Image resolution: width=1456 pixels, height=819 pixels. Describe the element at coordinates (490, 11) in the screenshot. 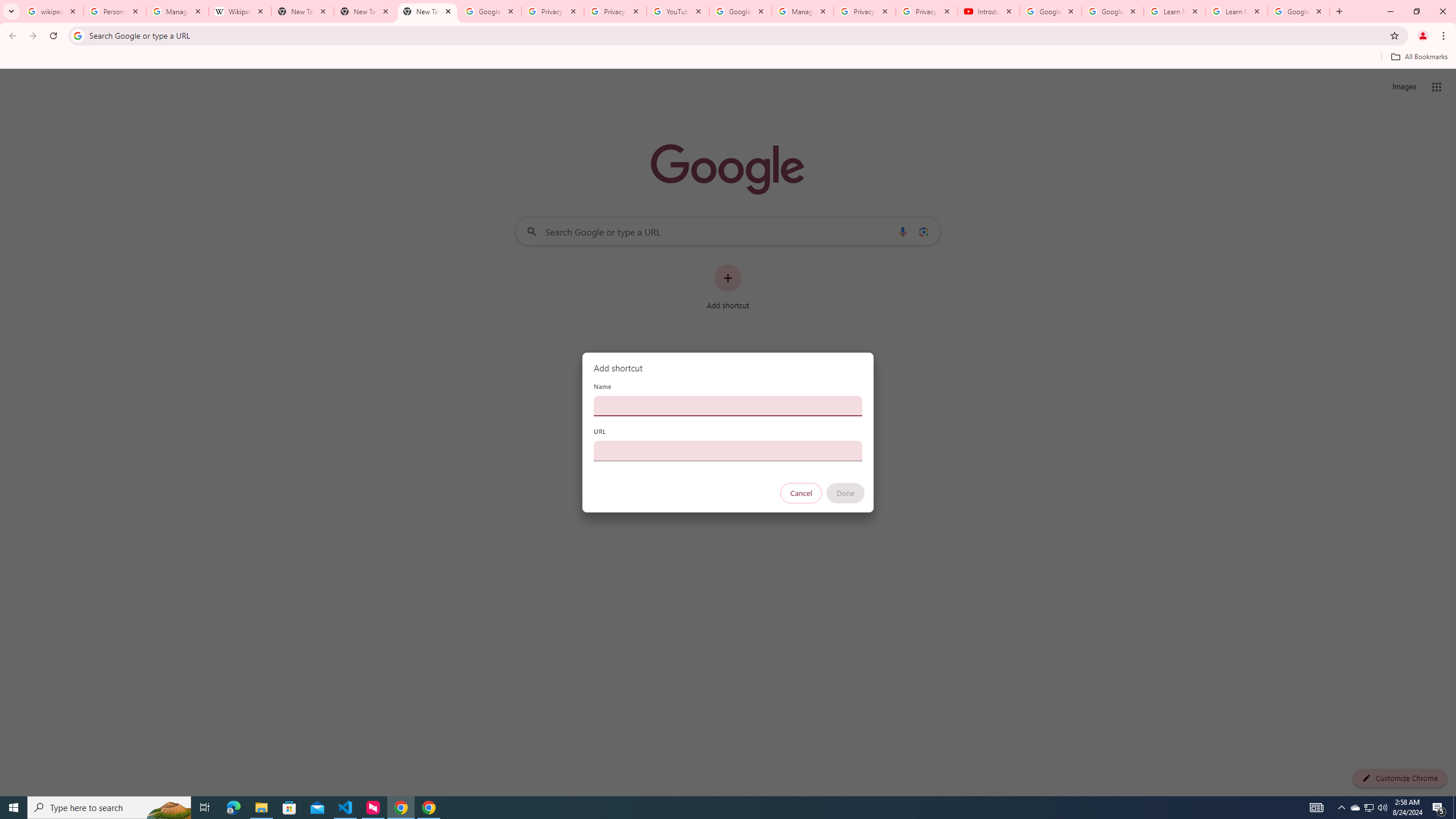

I see `'Google Drive: Sign-in'` at that location.